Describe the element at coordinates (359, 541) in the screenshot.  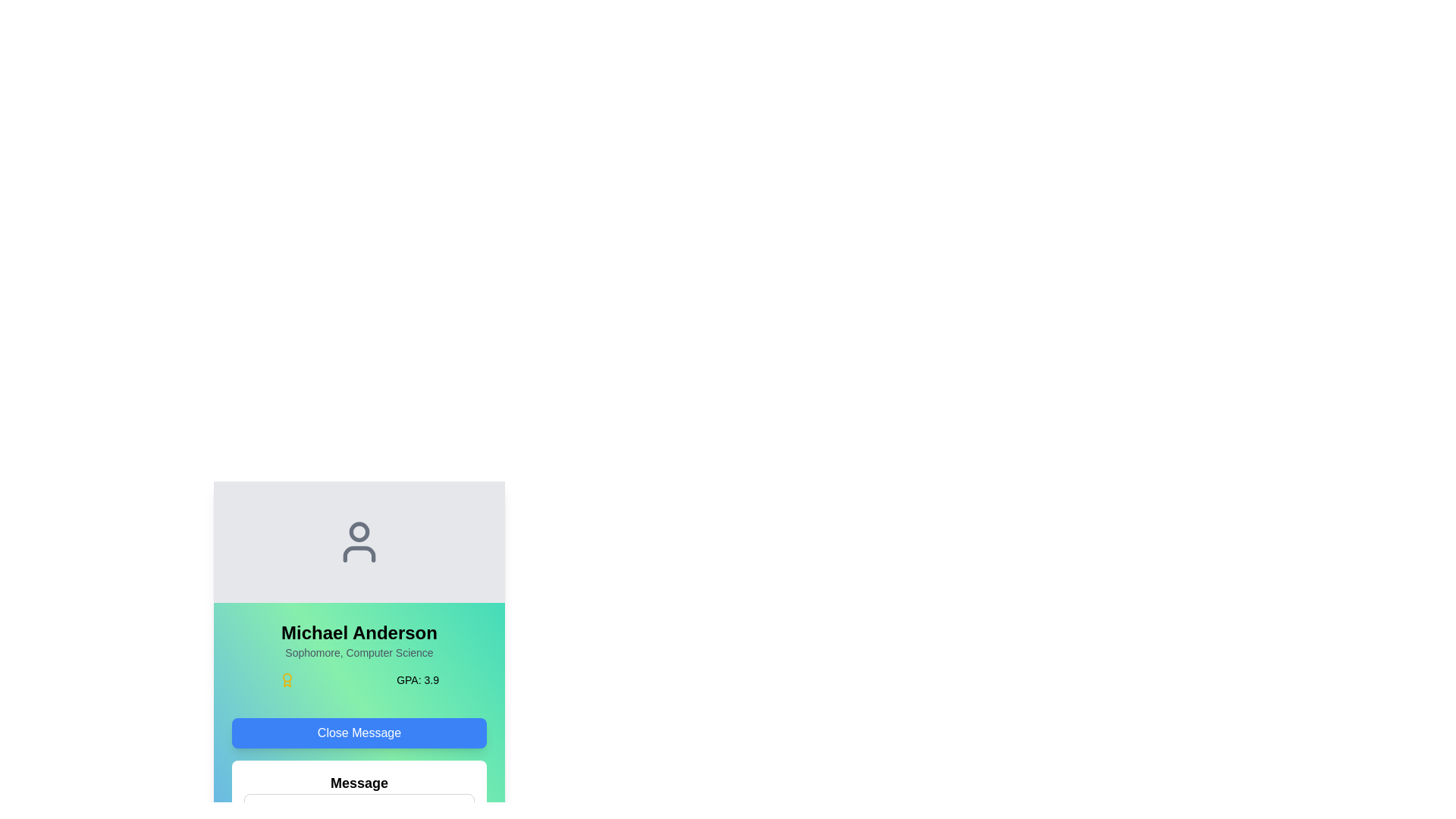
I see `the user profile icon, which is a gray outline of a person within a circular design, located at the top center of the interface` at that location.